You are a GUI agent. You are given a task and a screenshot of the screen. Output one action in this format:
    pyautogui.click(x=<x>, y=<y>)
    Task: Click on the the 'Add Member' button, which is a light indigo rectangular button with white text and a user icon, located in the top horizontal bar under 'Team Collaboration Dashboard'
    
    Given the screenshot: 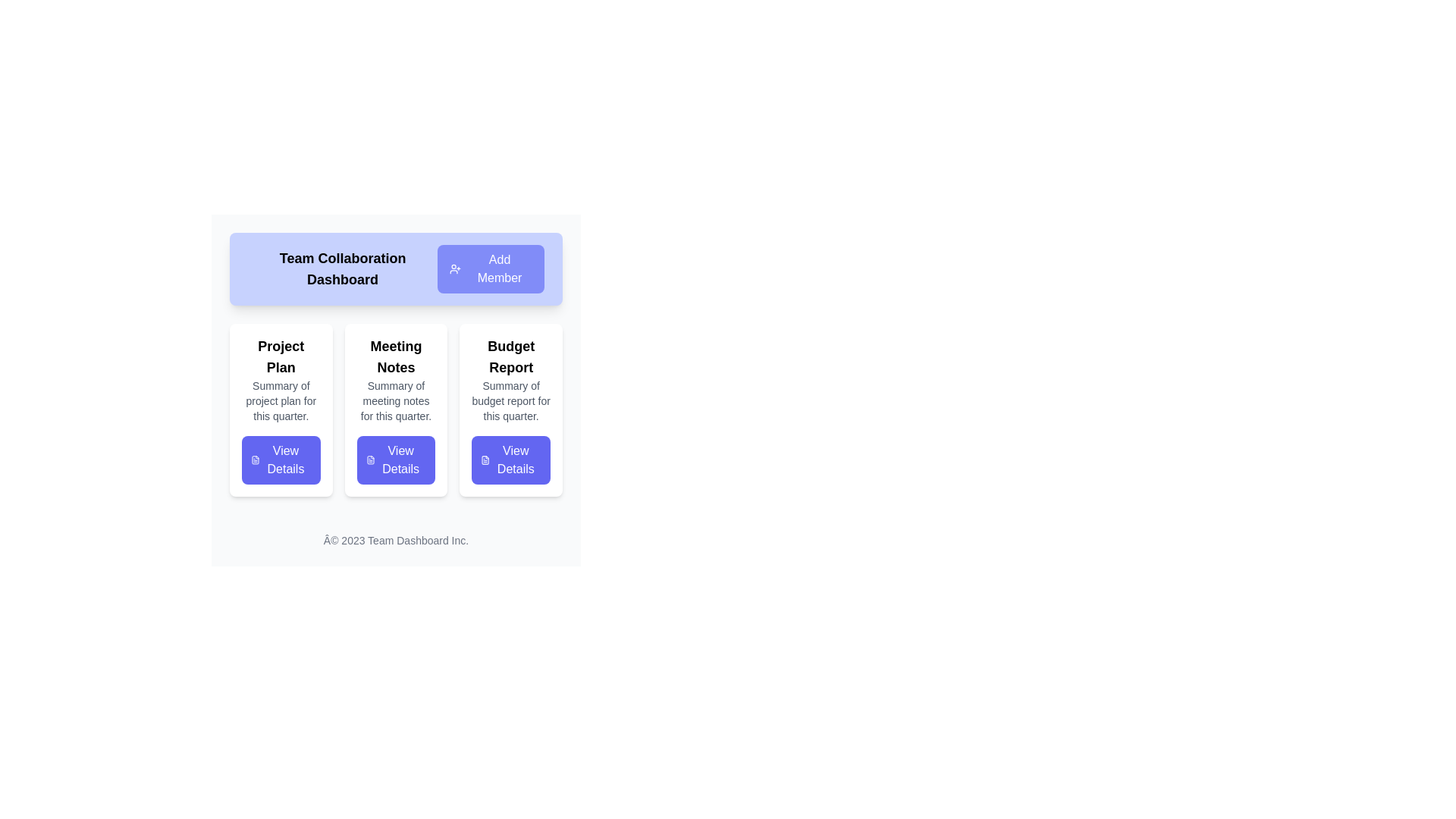 What is the action you would take?
    pyautogui.click(x=491, y=268)
    